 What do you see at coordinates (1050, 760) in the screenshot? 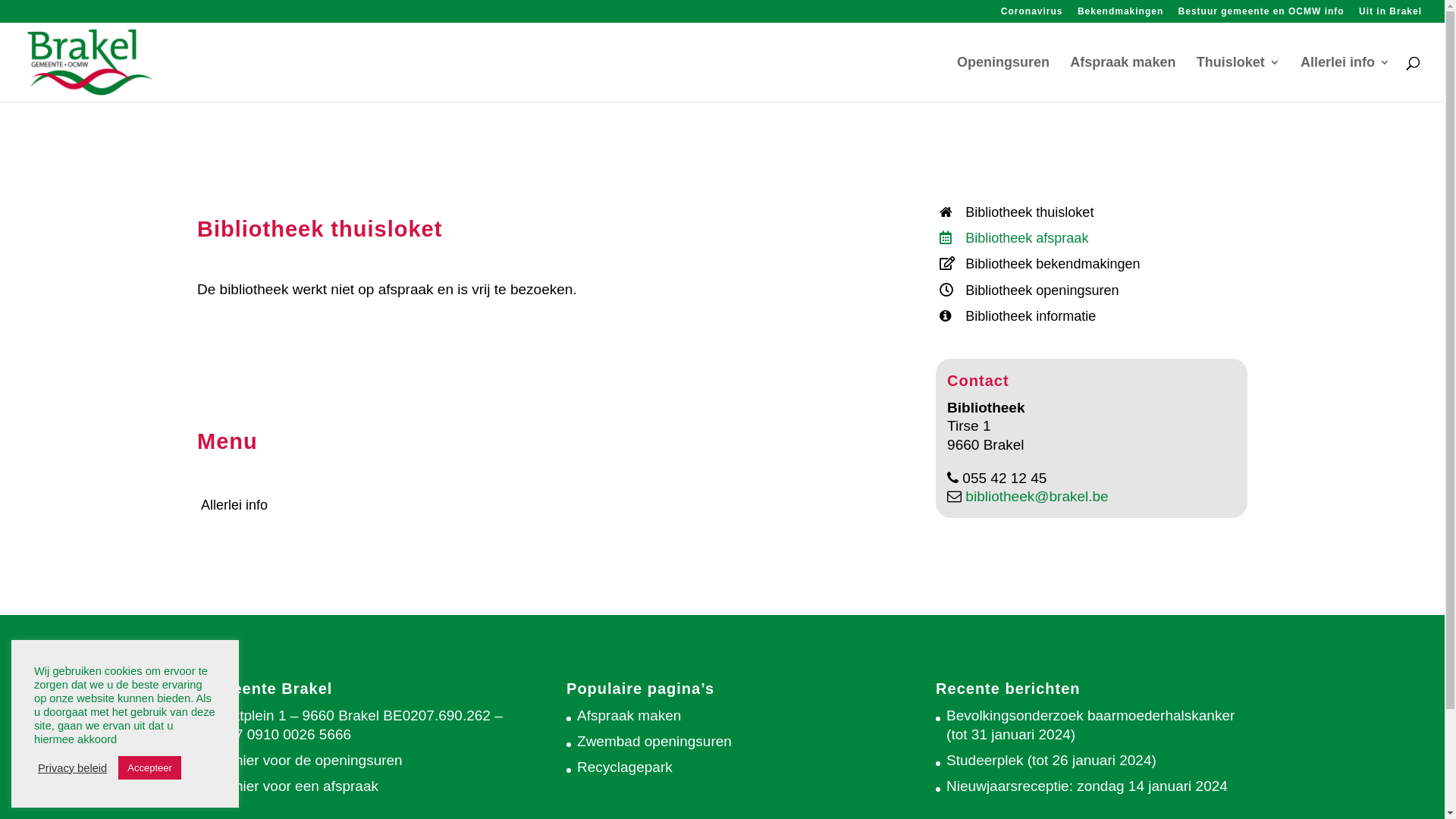
I see `'Studeerplek (tot 26 januari 2024)'` at bounding box center [1050, 760].